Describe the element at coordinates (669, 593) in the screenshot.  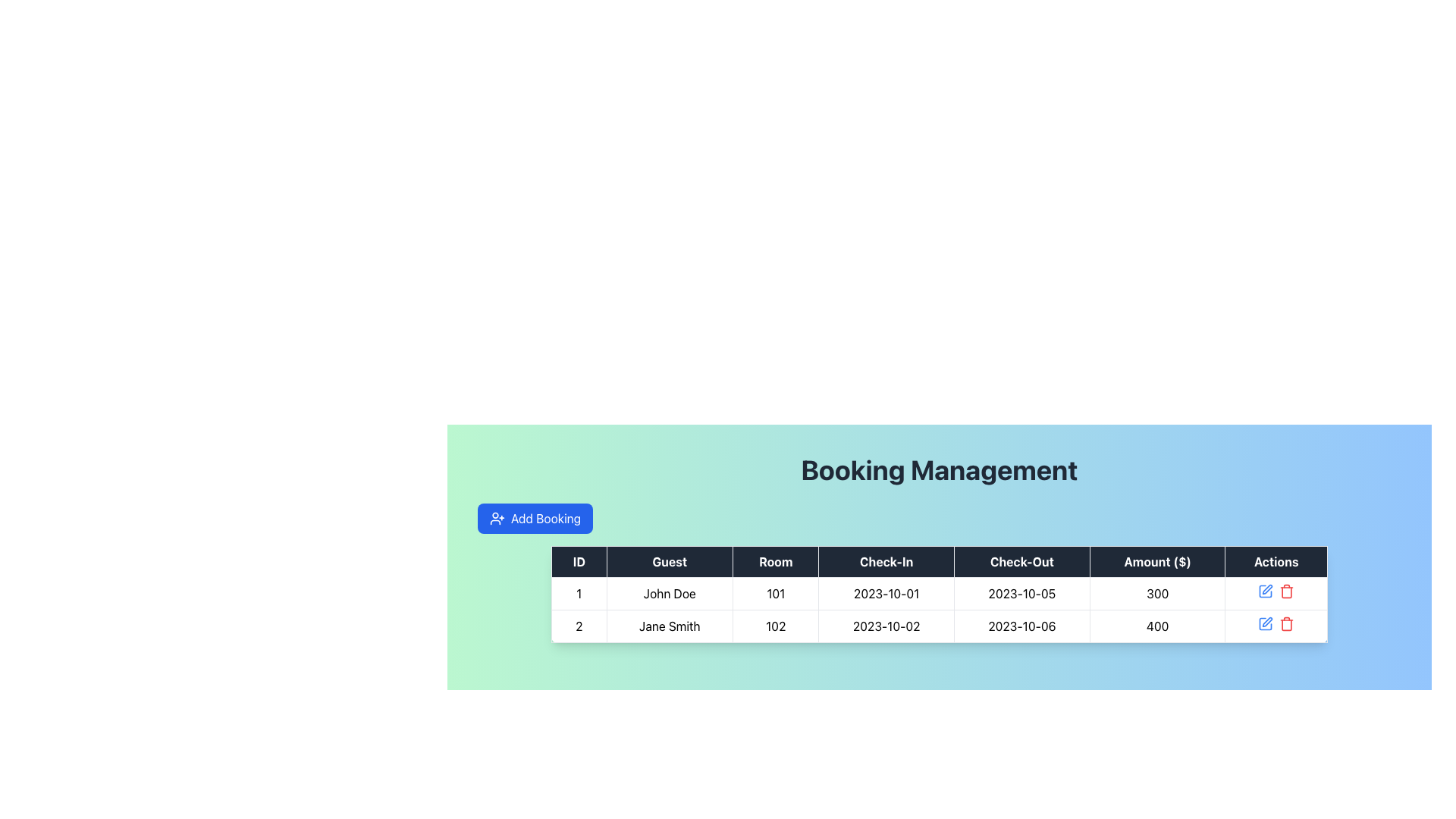
I see `the text label displaying 'John Doe' located in the 'Guest' column of the data table, which is aligned to the center of its cell` at that location.